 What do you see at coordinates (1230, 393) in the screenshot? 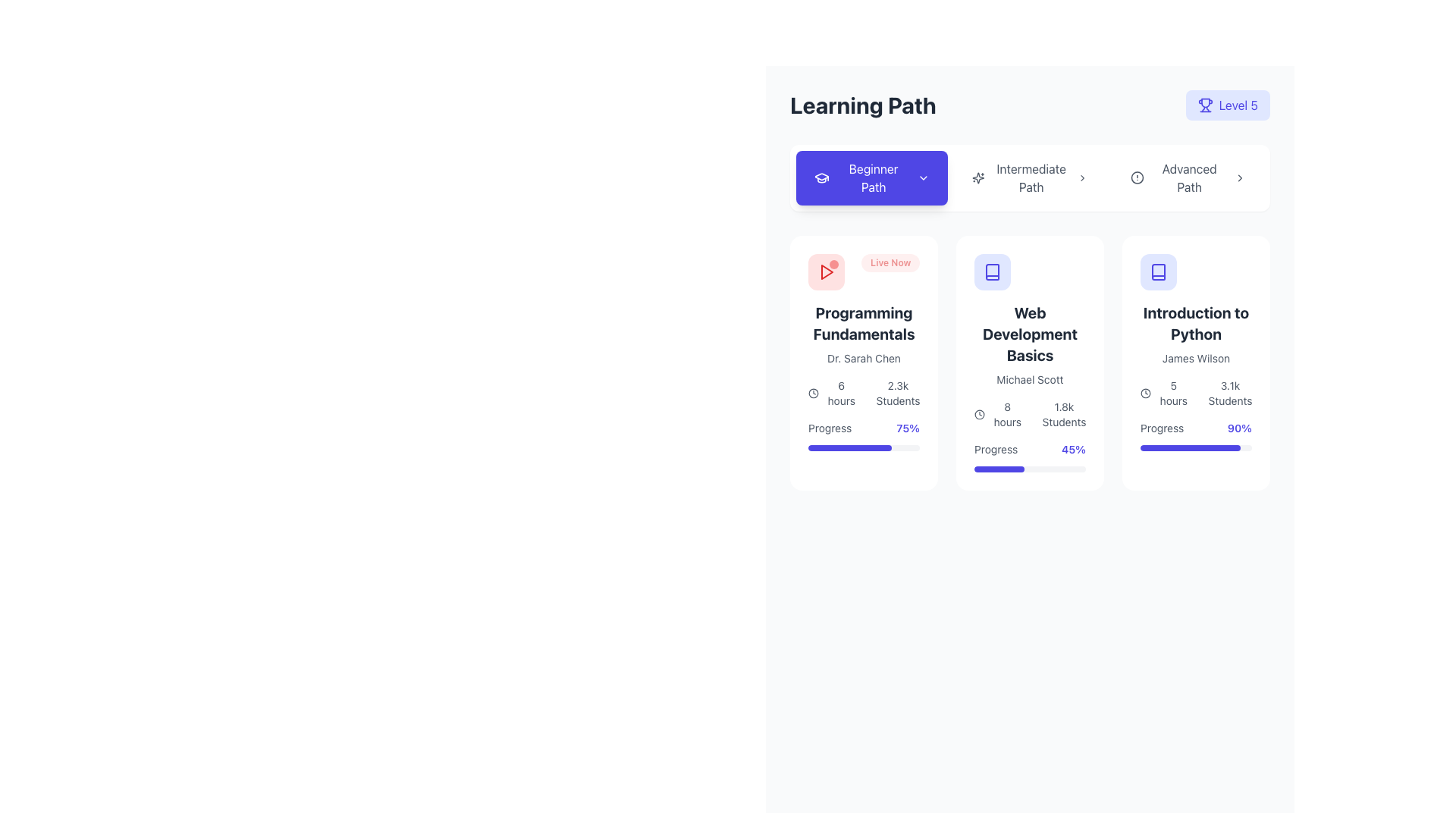
I see `the static text displaying '3.1k Students' located at the bottom right of the 'Introduction to Python' card` at bounding box center [1230, 393].